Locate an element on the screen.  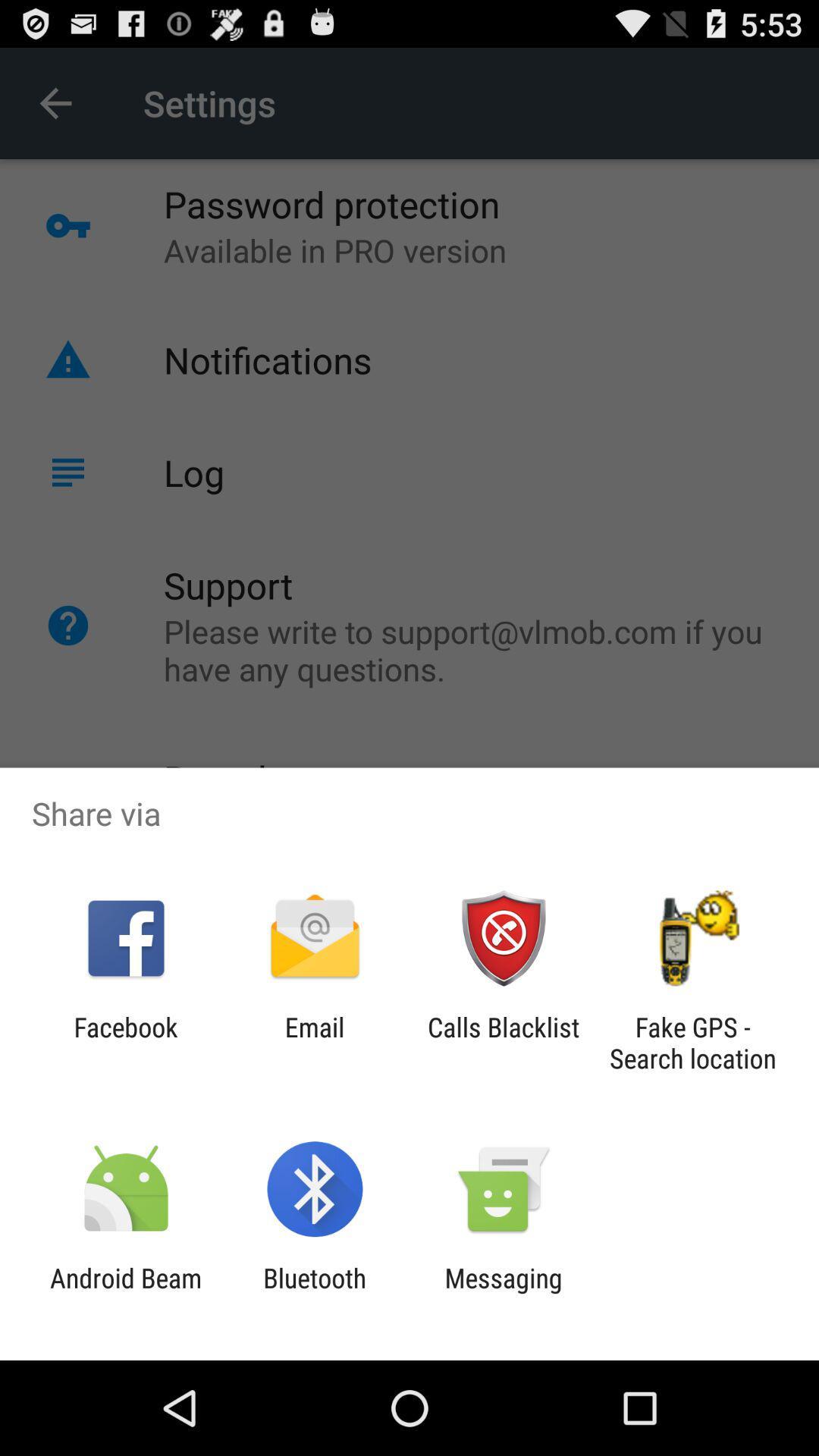
calls blacklist icon is located at coordinates (504, 1042).